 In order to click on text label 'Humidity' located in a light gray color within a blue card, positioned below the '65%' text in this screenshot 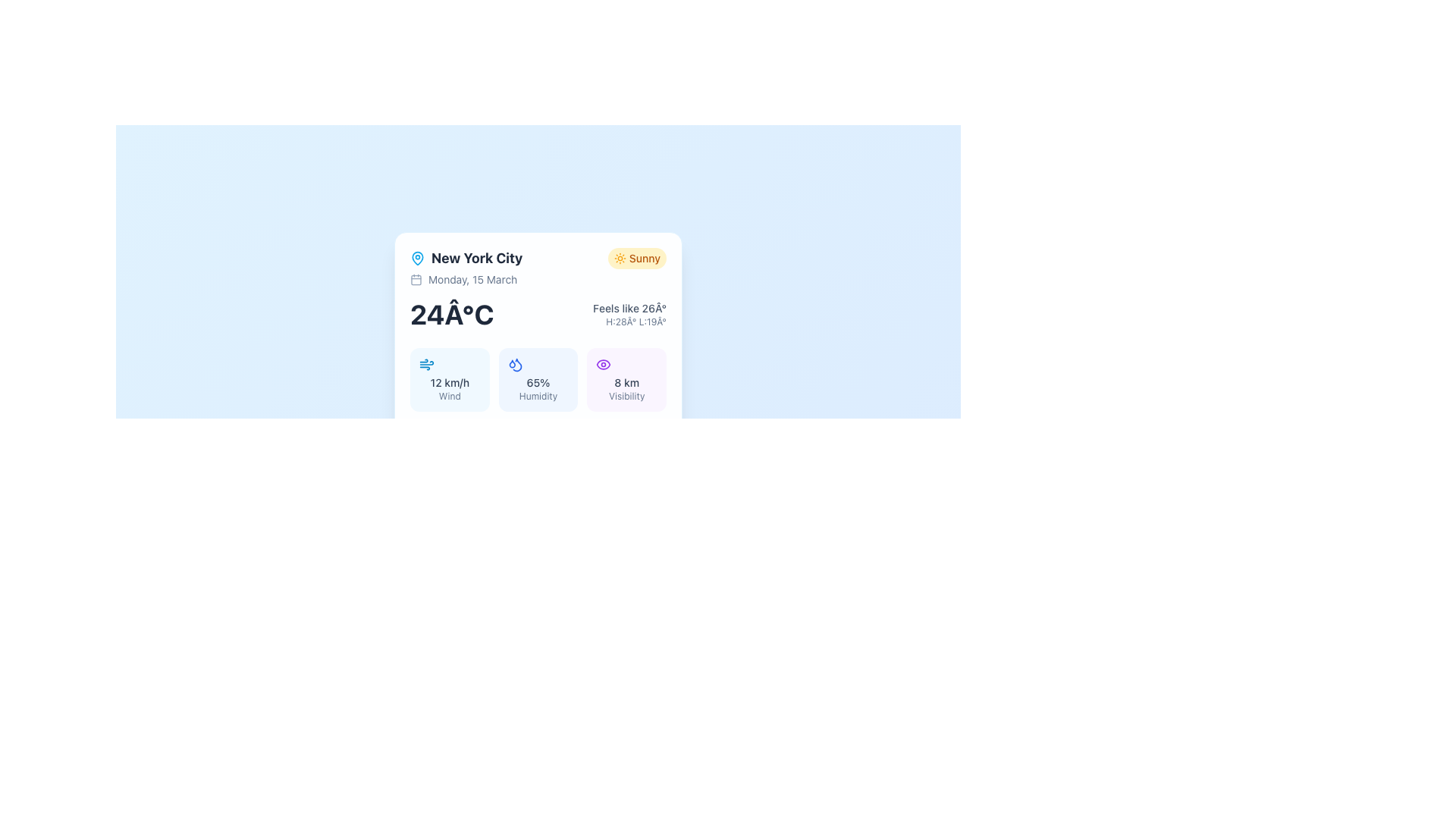, I will do `click(538, 396)`.